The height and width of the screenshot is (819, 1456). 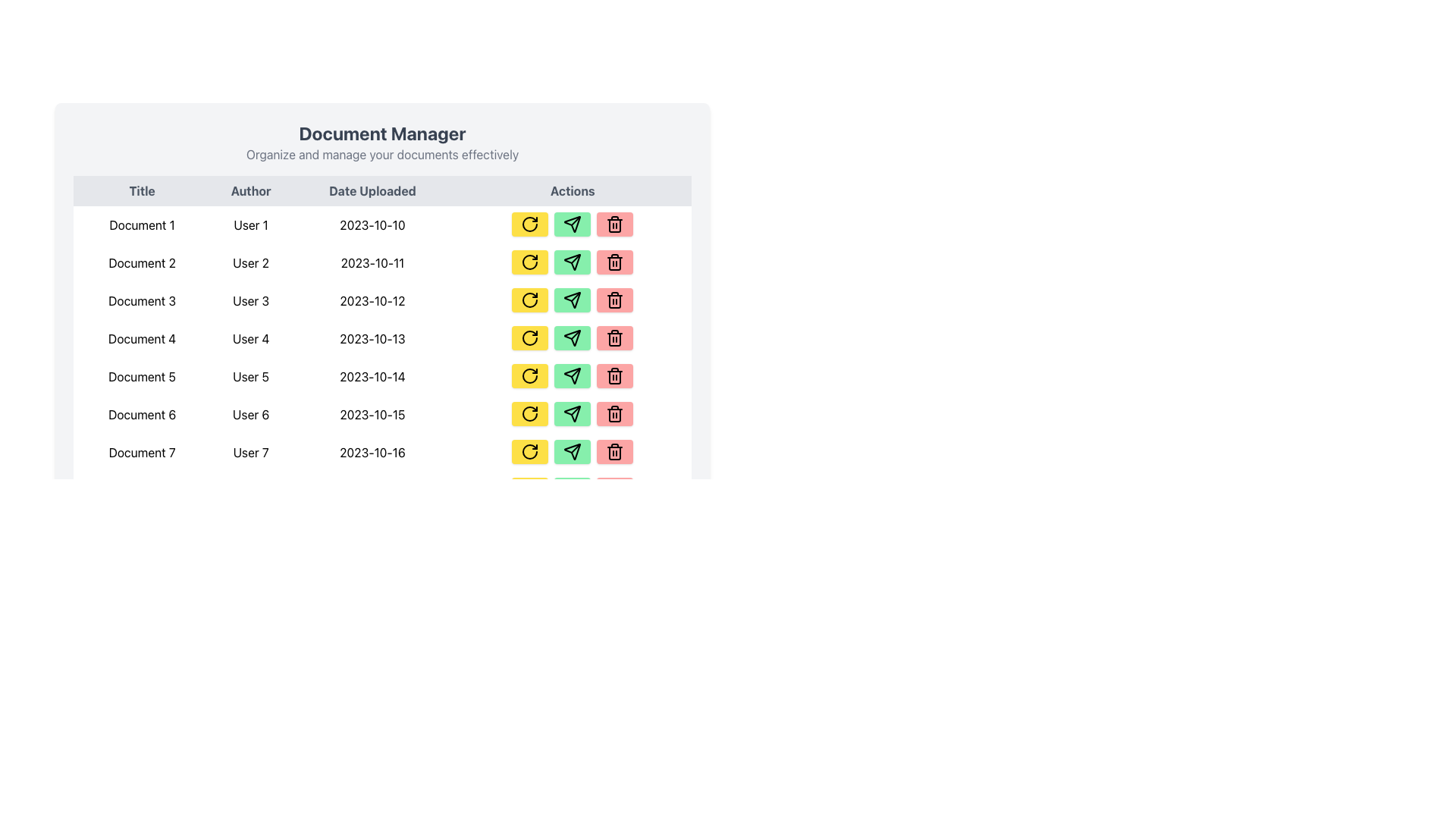 What do you see at coordinates (572, 415) in the screenshot?
I see `the second button in the horizontal row of action buttons for the 'Document 6' entry in the 'Actions' column to send the document` at bounding box center [572, 415].